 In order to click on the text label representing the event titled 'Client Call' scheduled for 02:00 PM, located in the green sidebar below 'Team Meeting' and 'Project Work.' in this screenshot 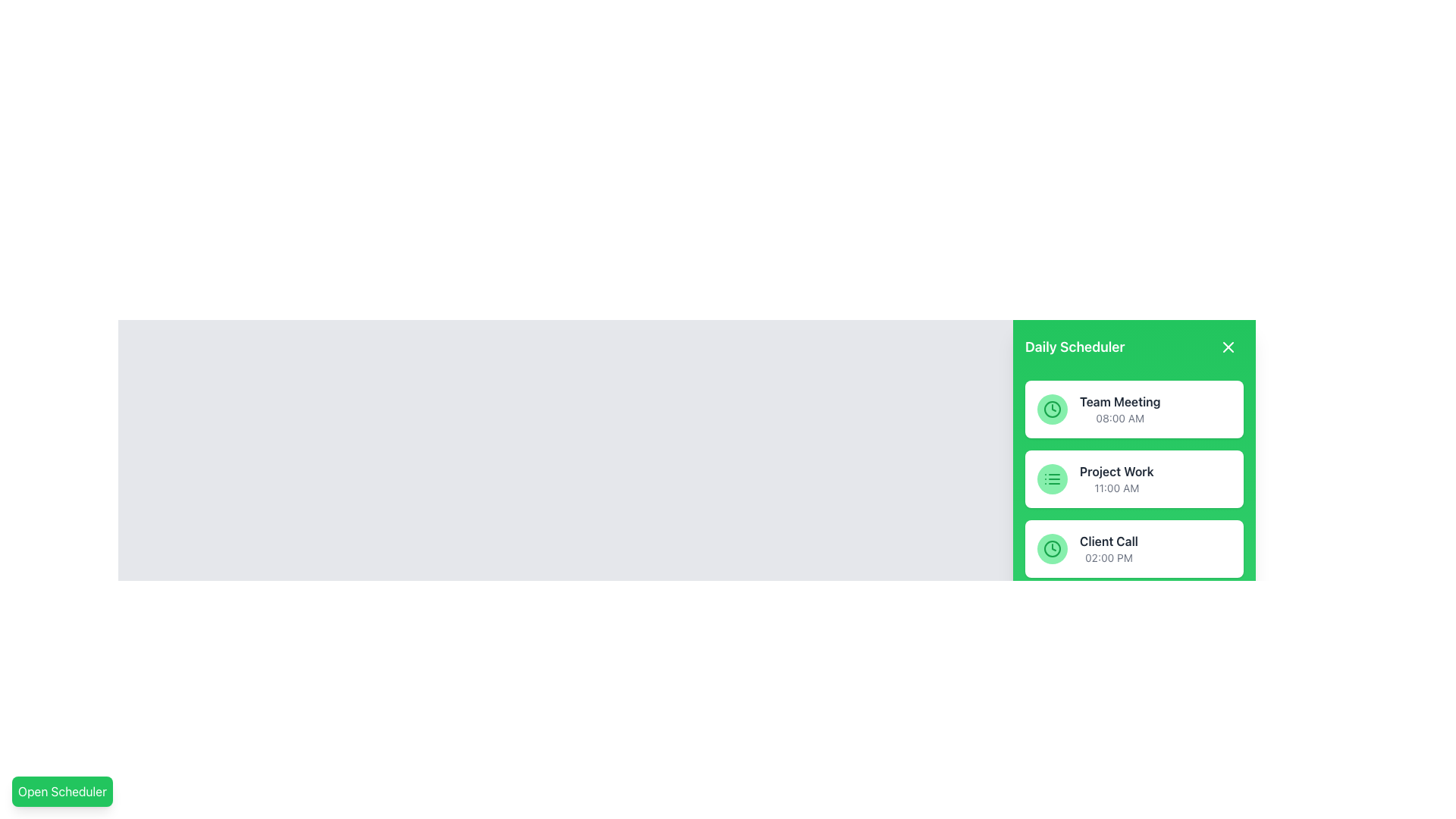, I will do `click(1109, 549)`.